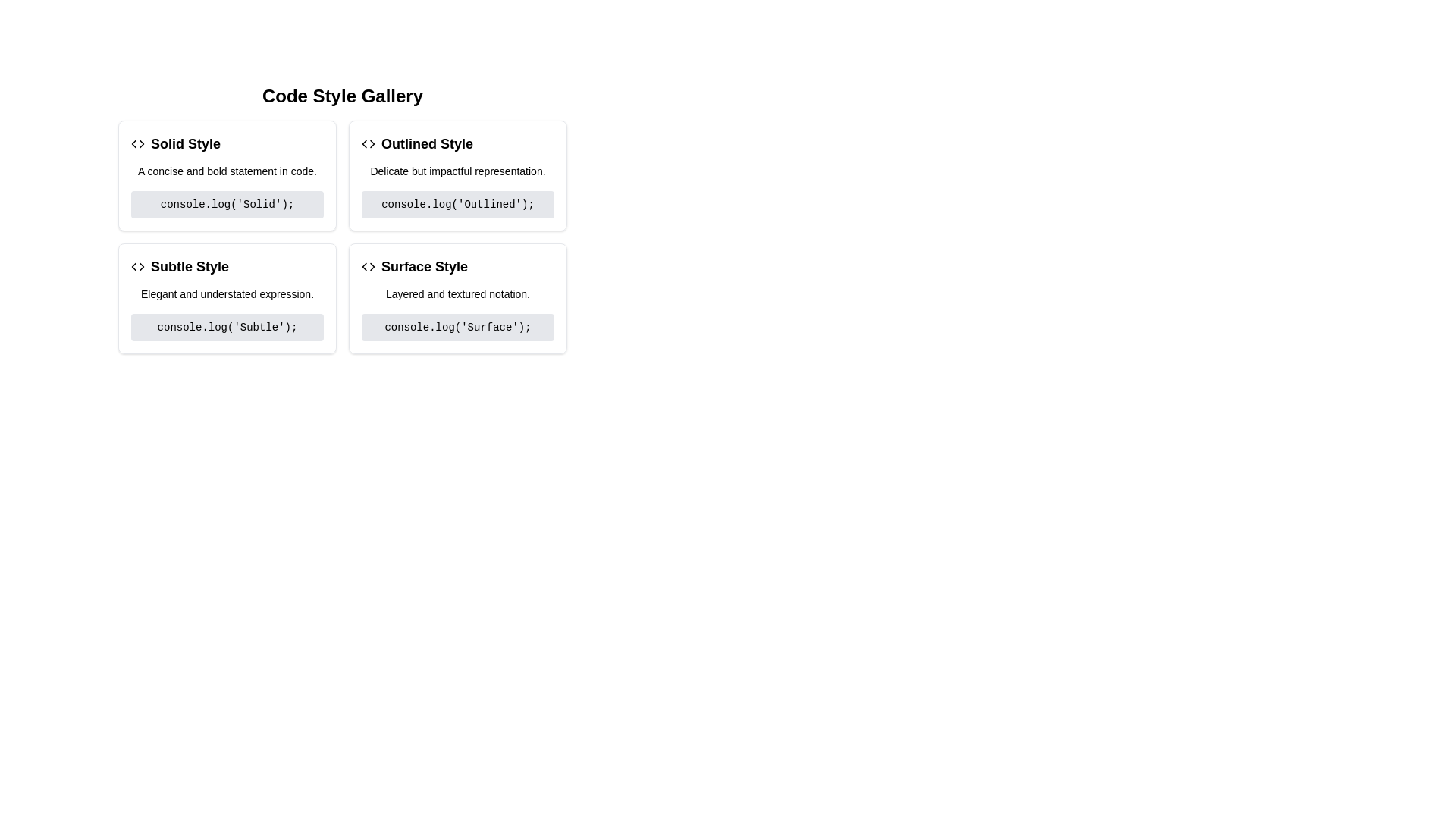  What do you see at coordinates (364, 265) in the screenshot?
I see `the leftward-pointing arrow icon within the SVG that represents the 'Surface Style' in the bottom right quadrant of the layout` at bounding box center [364, 265].